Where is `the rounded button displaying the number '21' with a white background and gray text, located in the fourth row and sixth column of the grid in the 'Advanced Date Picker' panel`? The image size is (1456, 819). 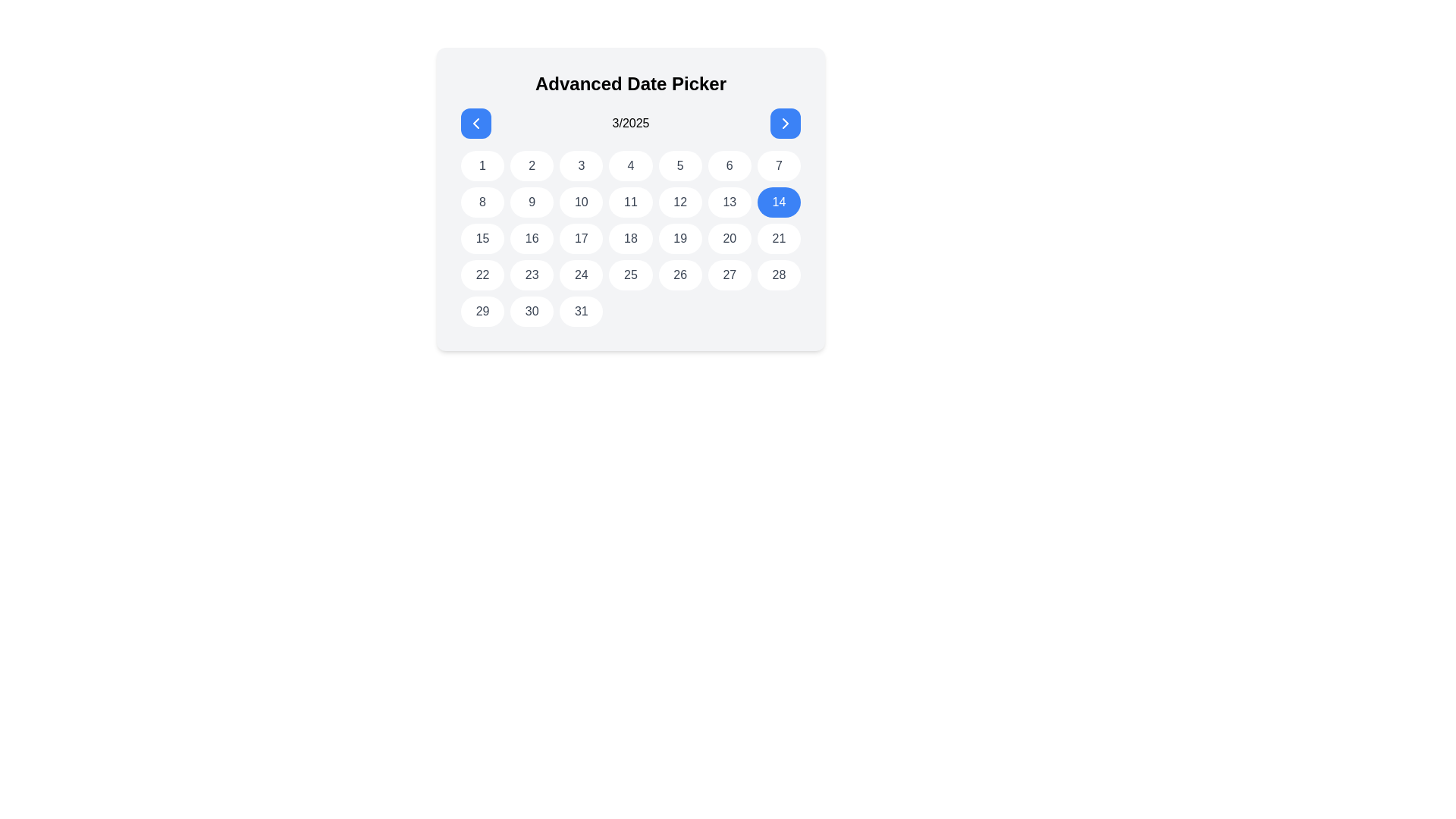 the rounded button displaying the number '21' with a white background and gray text, located in the fourth row and sixth column of the grid in the 'Advanced Date Picker' panel is located at coordinates (779, 239).